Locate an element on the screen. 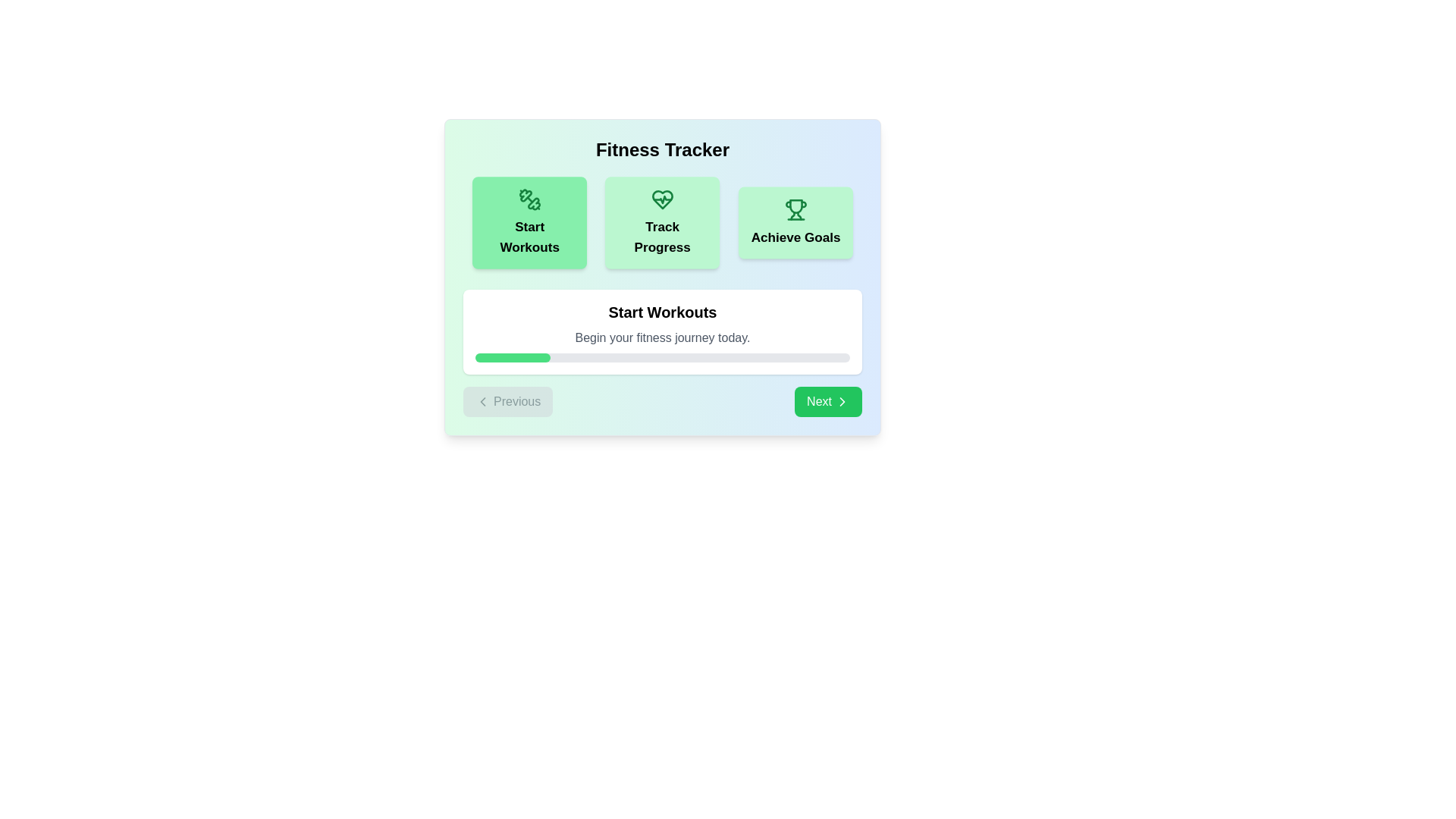 This screenshot has width=1456, height=819. the bold 'Start Workouts' static text label, which is prominently displayed in a large font, indicating its importance within the user interface is located at coordinates (662, 312).